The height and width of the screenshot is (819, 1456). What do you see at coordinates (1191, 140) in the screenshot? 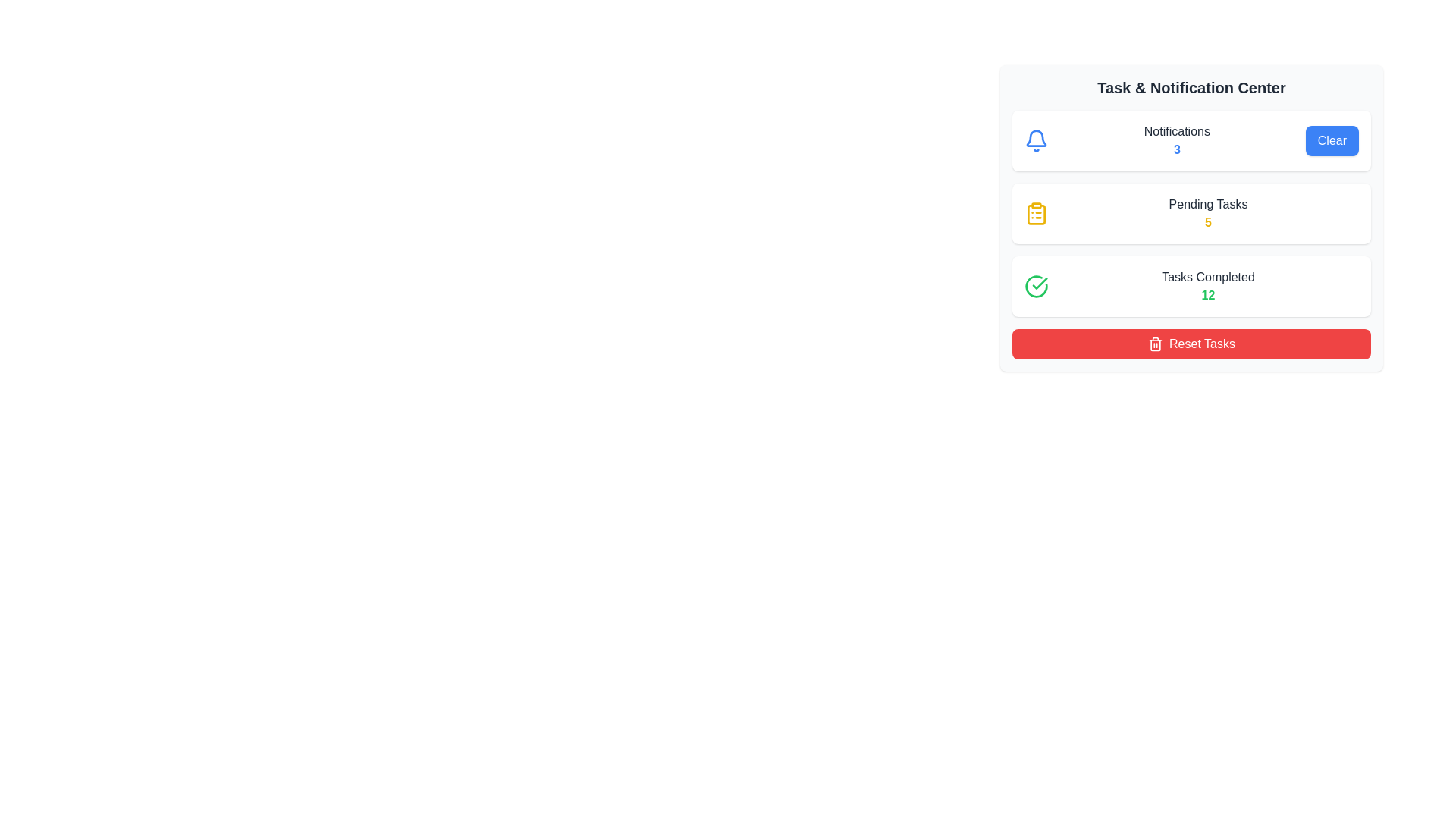
I see `the notification label in the notification panel, which displays the text 'Notifications' and the number '3'` at bounding box center [1191, 140].